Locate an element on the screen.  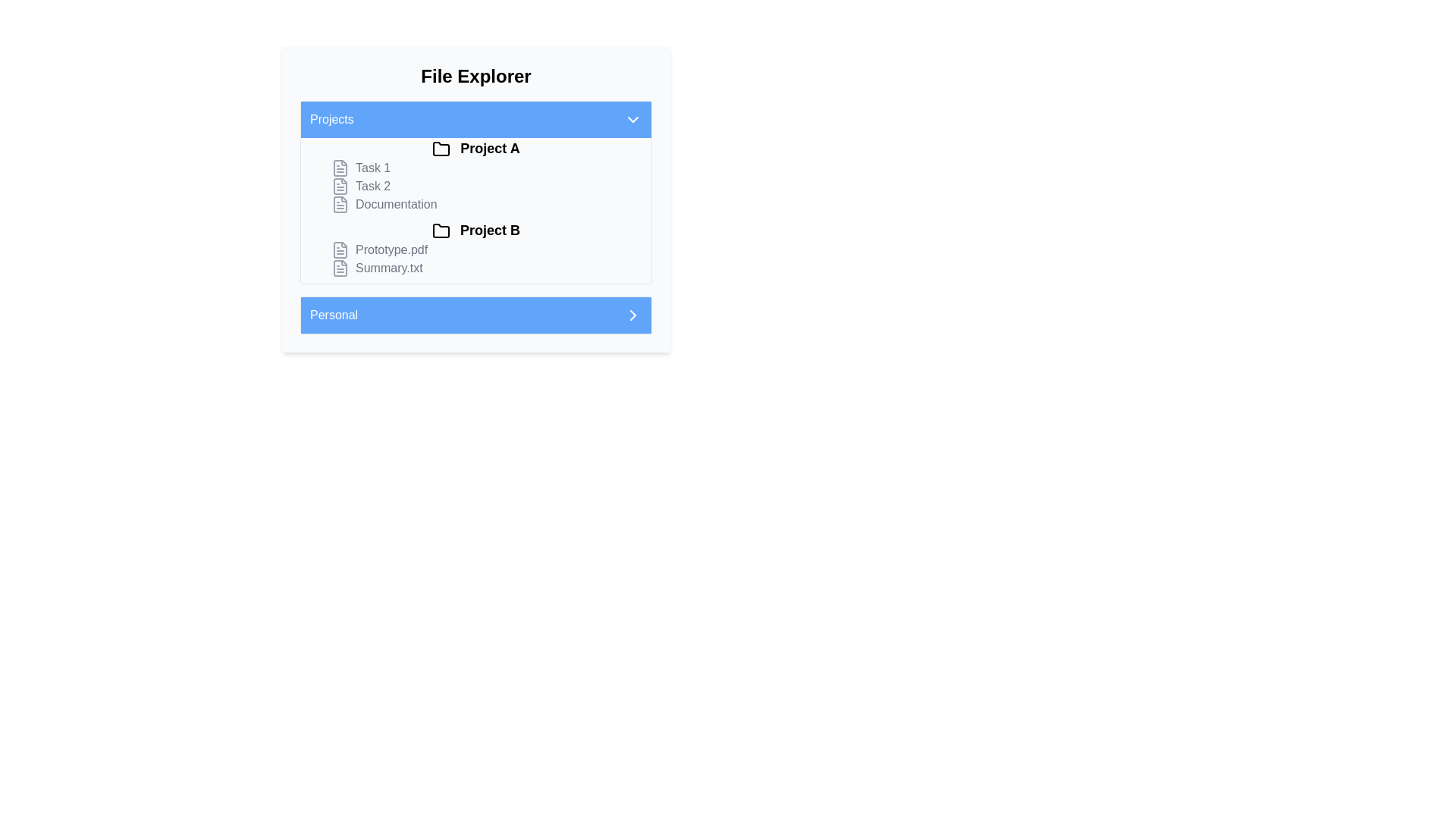
the folder icon located to the left of the text labeled 'Project A' in the 'Projects' section of the 'File Explorer' interface is located at coordinates (441, 149).